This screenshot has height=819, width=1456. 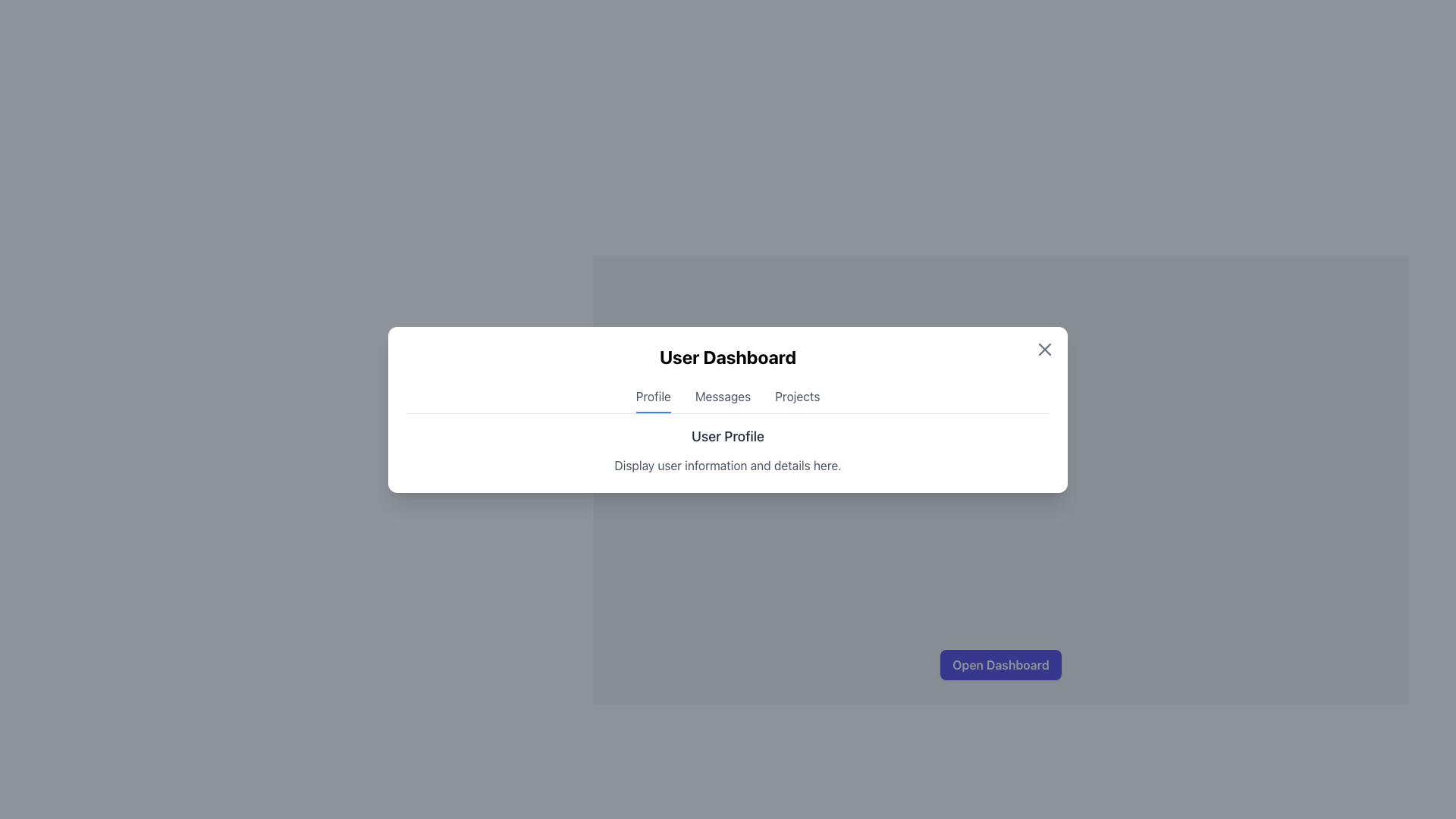 I want to click on the navigation tabs of the user profile modal interface to switch between views such as 'Profile', 'Messages', and 'Projects', so click(x=728, y=409).